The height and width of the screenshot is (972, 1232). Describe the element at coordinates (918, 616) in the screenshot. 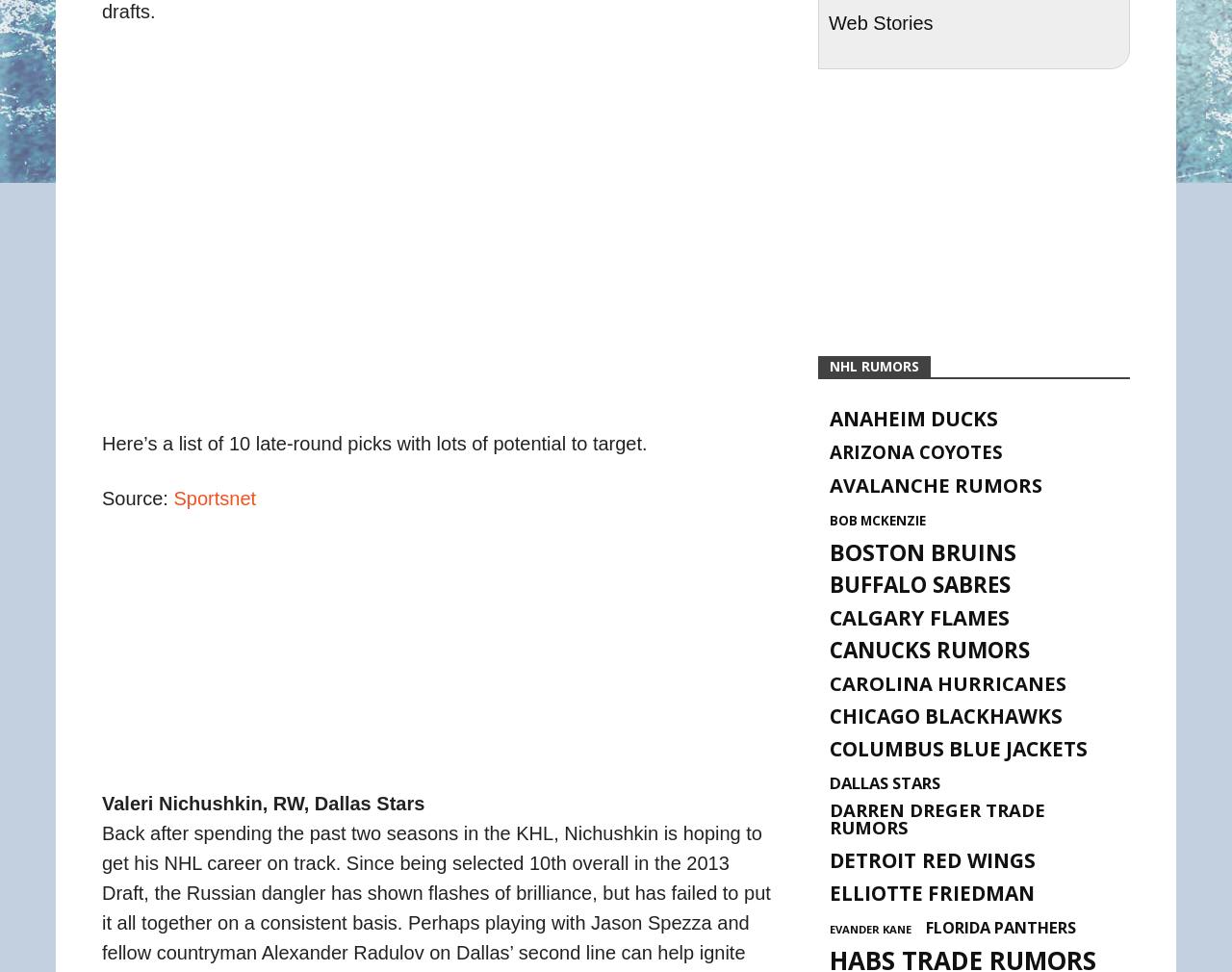

I see `'Calgary Flames'` at that location.